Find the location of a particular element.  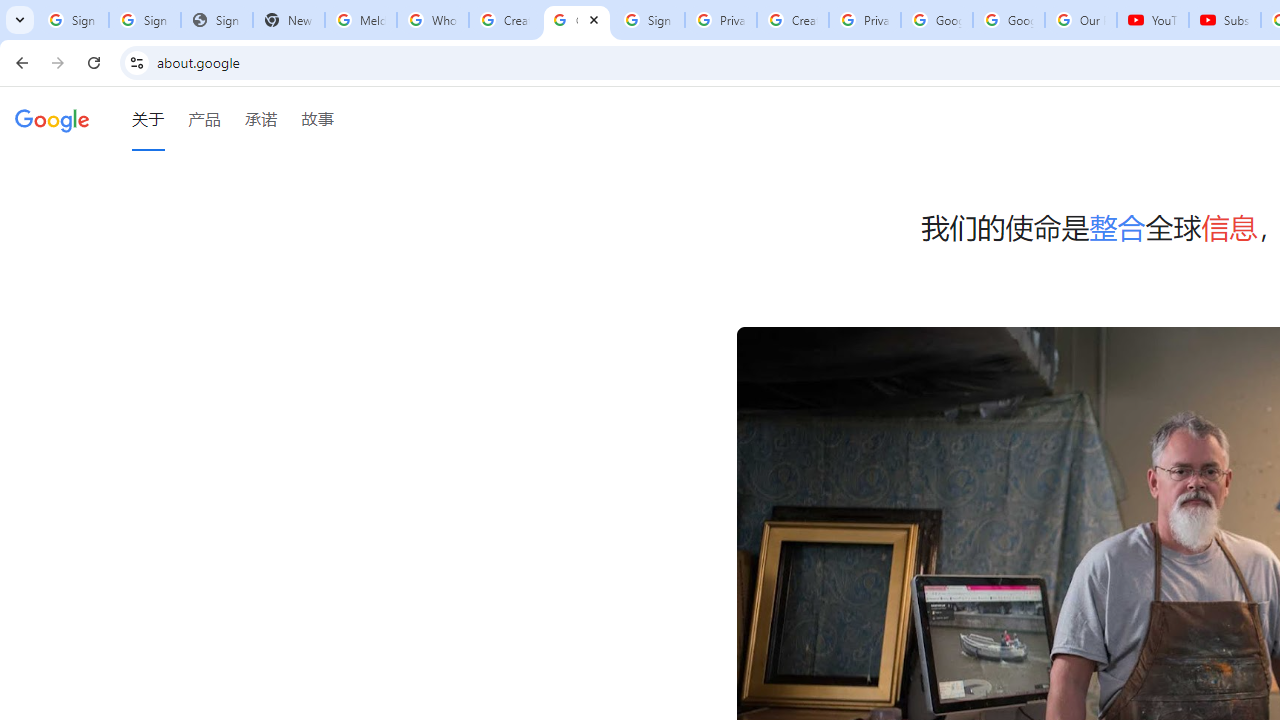

'New Tab' is located at coordinates (288, 20).